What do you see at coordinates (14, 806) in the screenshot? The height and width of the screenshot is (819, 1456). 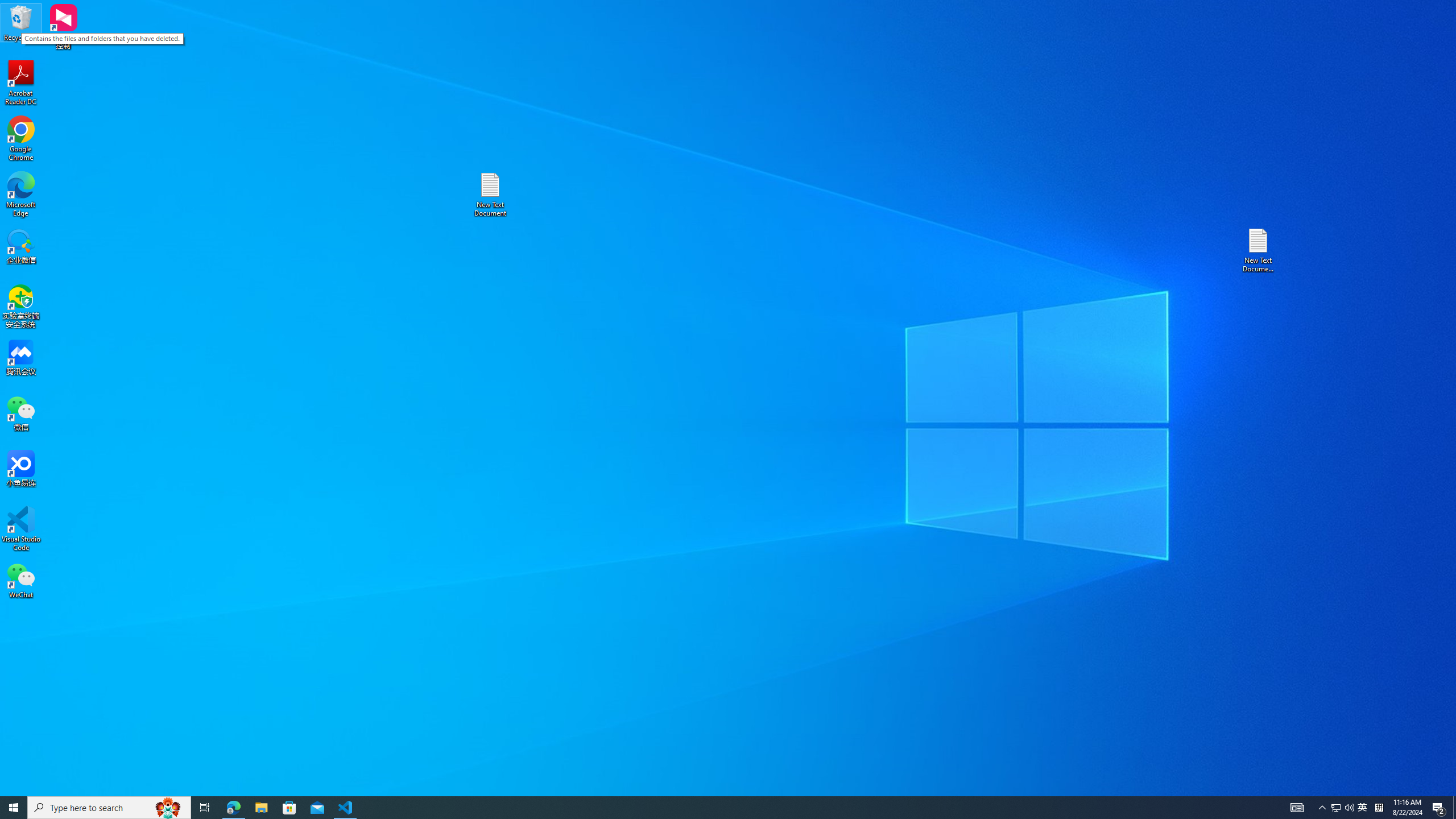 I see `'Start'` at bounding box center [14, 806].